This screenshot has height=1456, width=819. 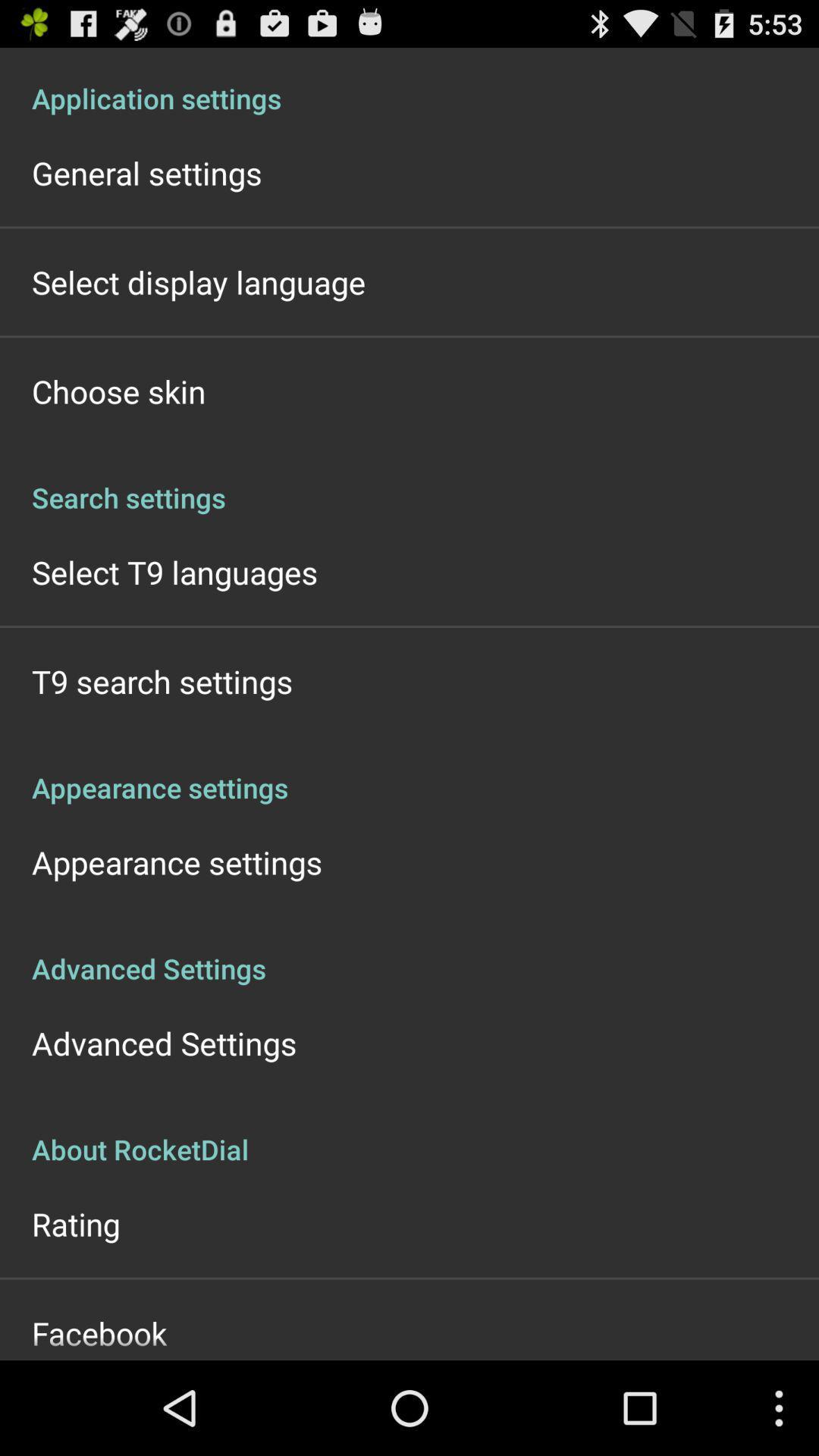 What do you see at coordinates (76, 1223) in the screenshot?
I see `the rating app` at bounding box center [76, 1223].